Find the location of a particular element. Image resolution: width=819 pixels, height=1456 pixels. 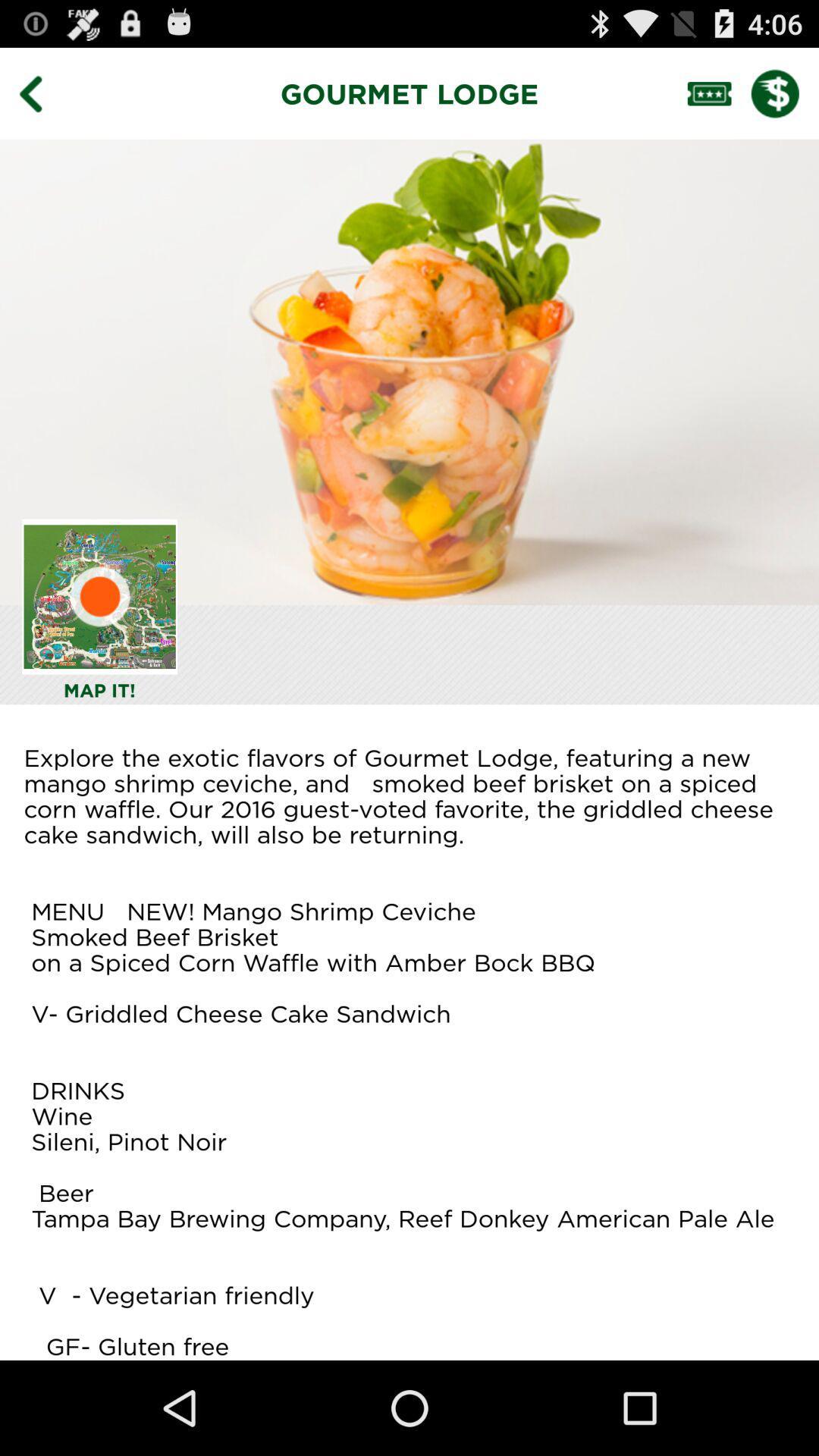

icon to the left of gourmet lodge item is located at coordinates (41, 93).